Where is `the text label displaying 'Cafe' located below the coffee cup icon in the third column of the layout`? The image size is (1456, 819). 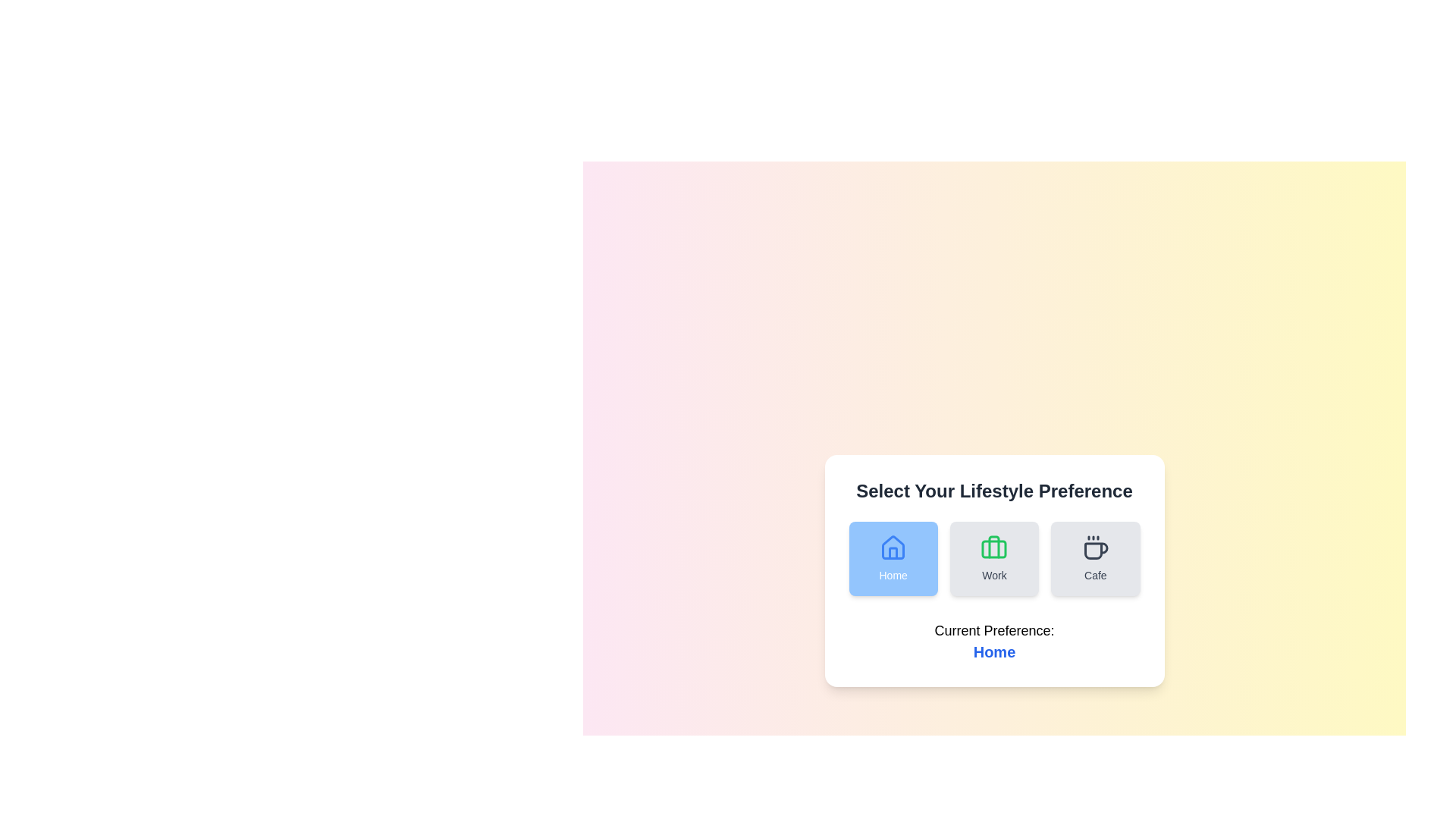 the text label displaying 'Cafe' located below the coffee cup icon in the third column of the layout is located at coordinates (1095, 576).